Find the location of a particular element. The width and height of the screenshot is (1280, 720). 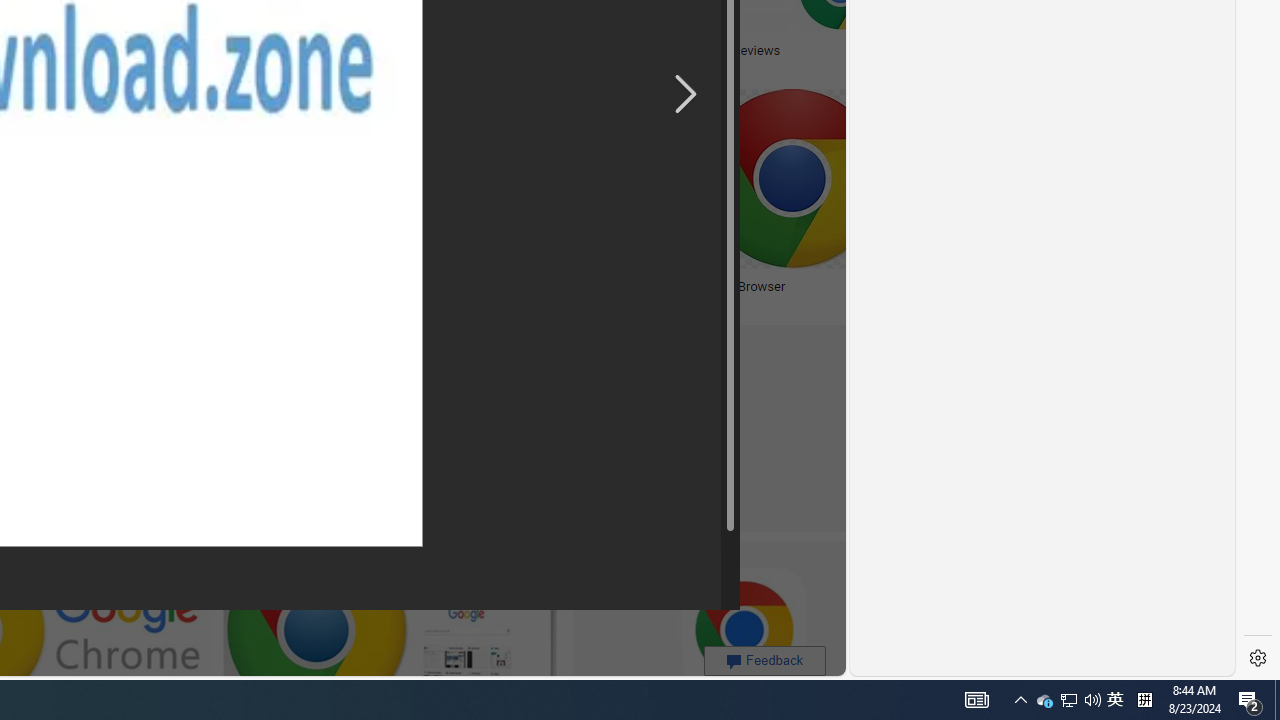

'Chrome Browser' is located at coordinates (837, 286).